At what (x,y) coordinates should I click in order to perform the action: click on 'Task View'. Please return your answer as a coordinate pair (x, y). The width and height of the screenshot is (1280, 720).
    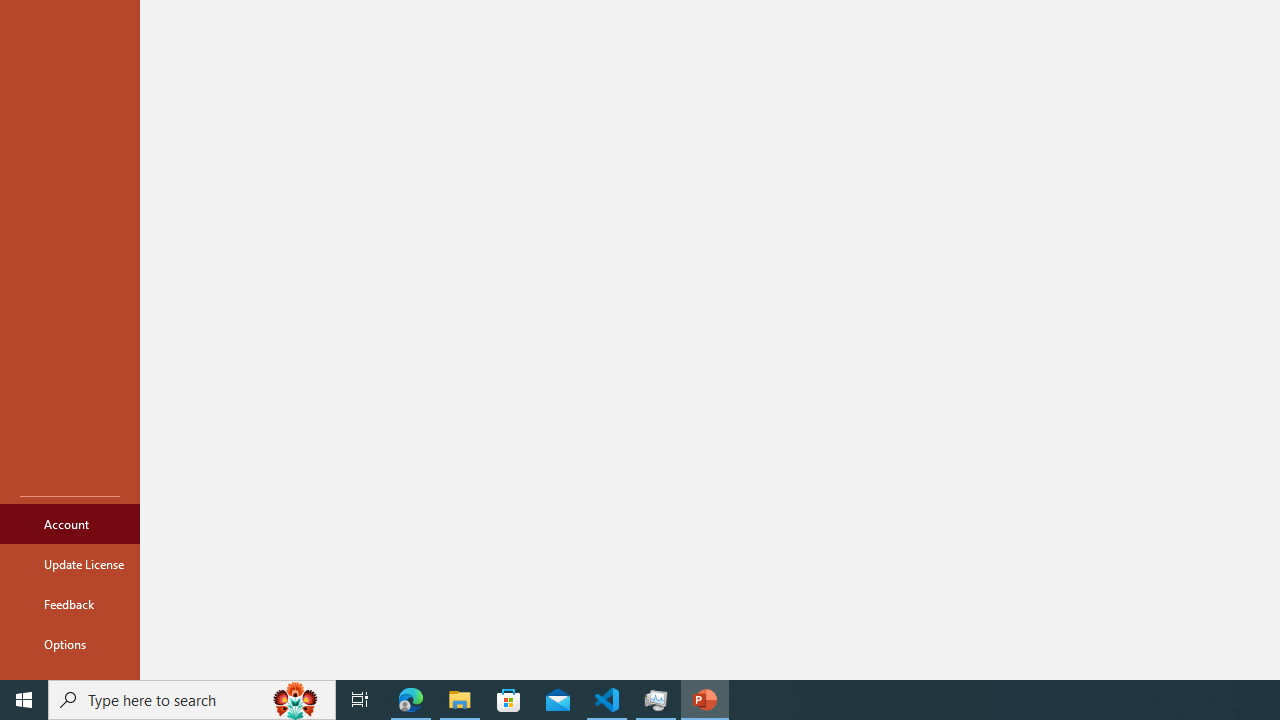
    Looking at the image, I should click on (359, 698).